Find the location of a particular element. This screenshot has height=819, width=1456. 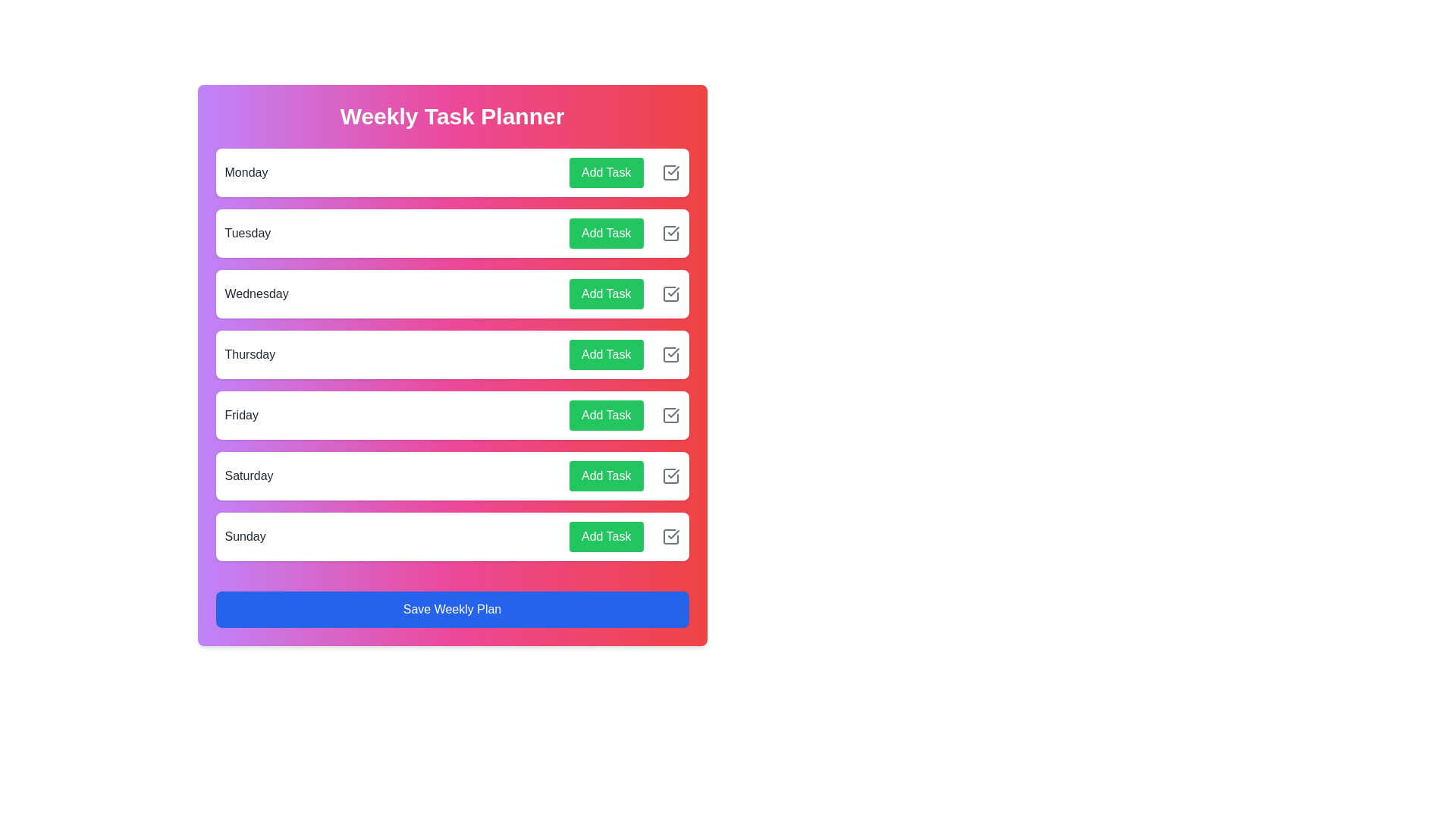

the day name Tuesday is located at coordinates (247, 234).